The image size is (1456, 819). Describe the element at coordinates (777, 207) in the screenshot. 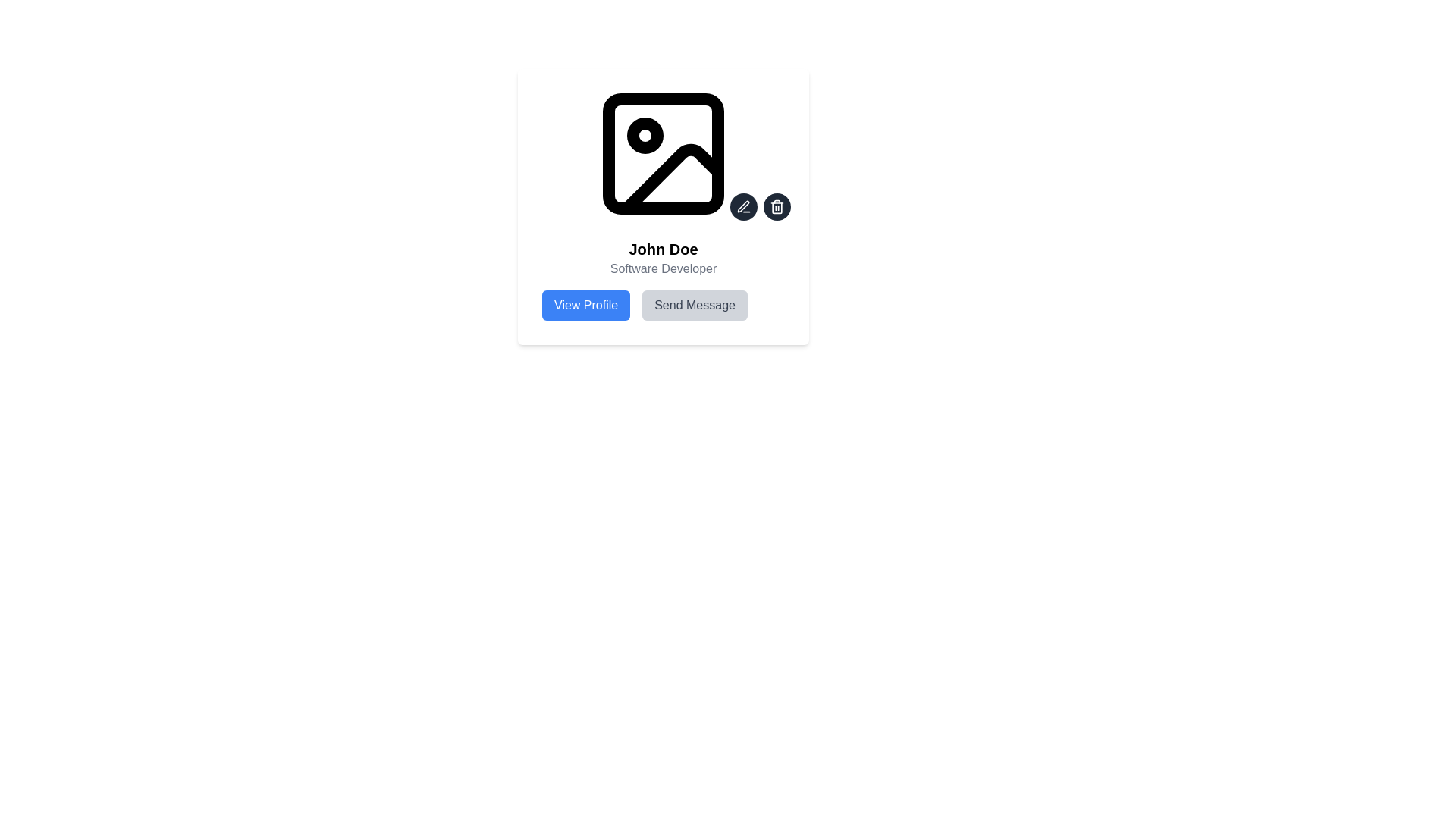

I see `the delete button located in the lower right corner of the user profile card, which features a trashcan icon` at that location.